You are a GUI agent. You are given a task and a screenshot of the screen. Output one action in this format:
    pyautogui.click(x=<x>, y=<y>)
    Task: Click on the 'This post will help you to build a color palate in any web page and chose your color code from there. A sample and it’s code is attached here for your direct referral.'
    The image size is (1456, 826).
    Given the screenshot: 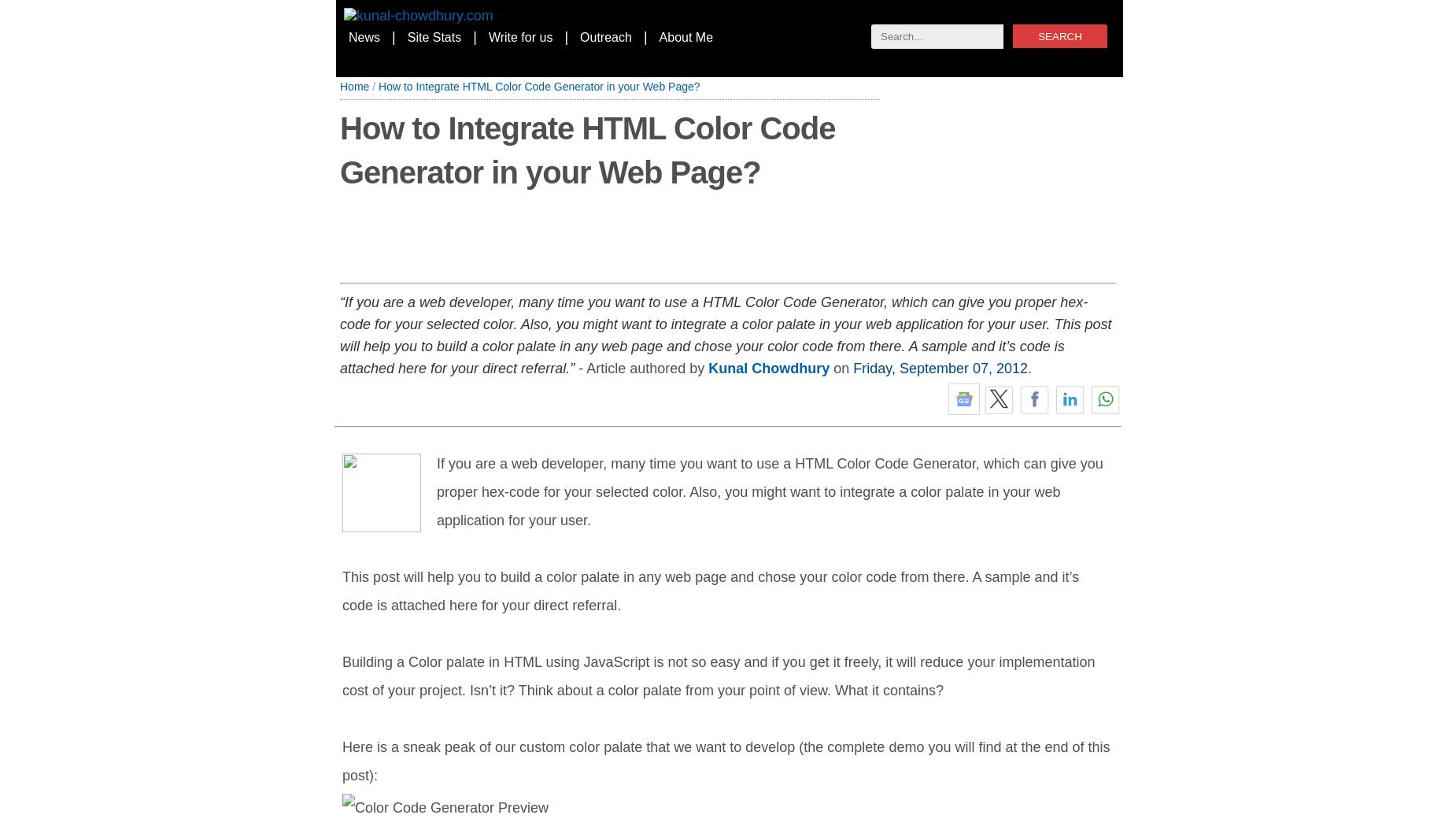 What is the action you would take?
    pyautogui.click(x=710, y=590)
    